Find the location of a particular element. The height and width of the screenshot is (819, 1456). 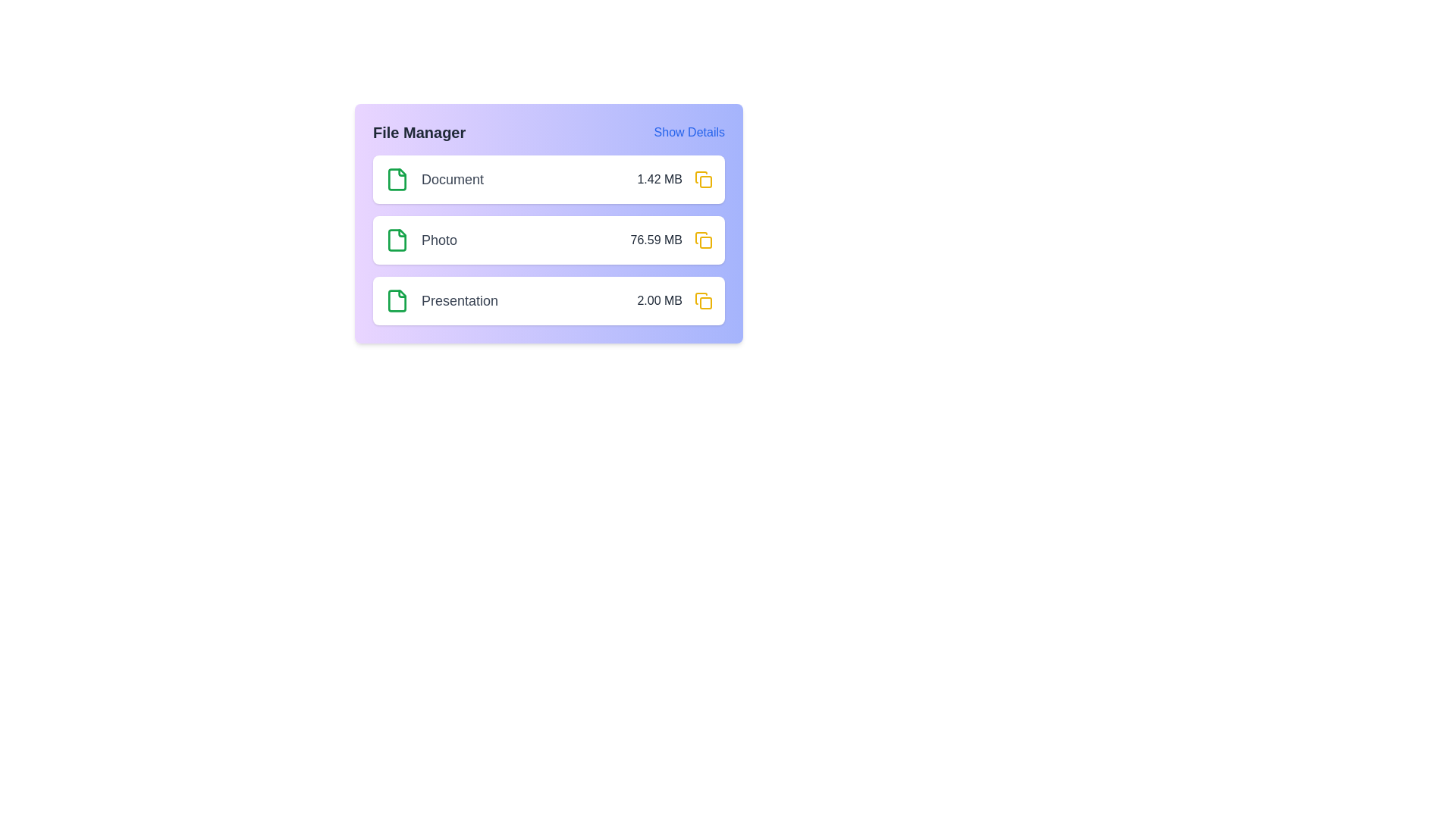

the third file entry in the 'File Manager' section representing the 'Presentation' file, located below 'Document' and 'Photo' is located at coordinates (548, 301).